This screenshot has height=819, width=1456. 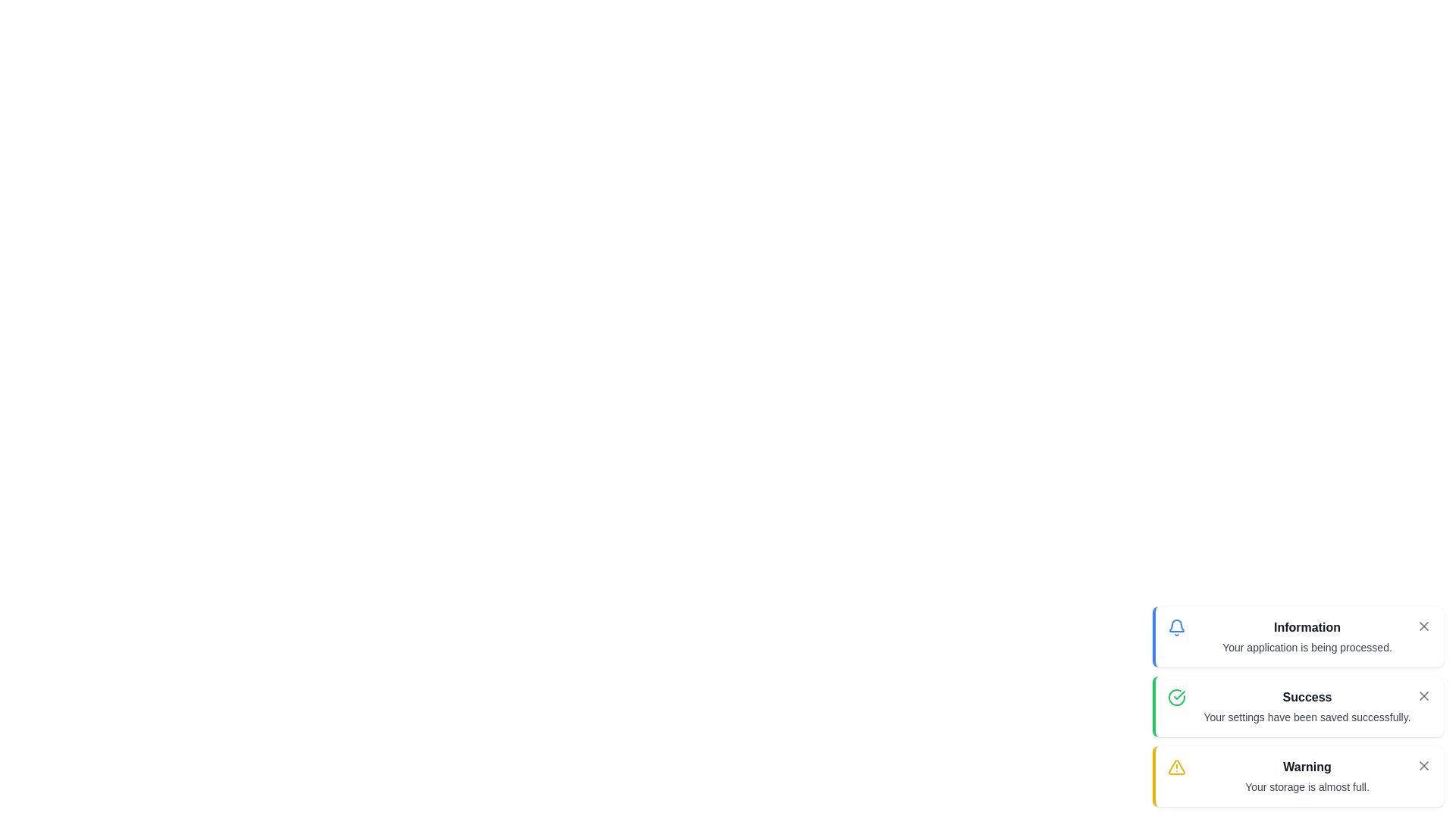 I want to click on the icon representing the snackbar type info, so click(x=1175, y=628).